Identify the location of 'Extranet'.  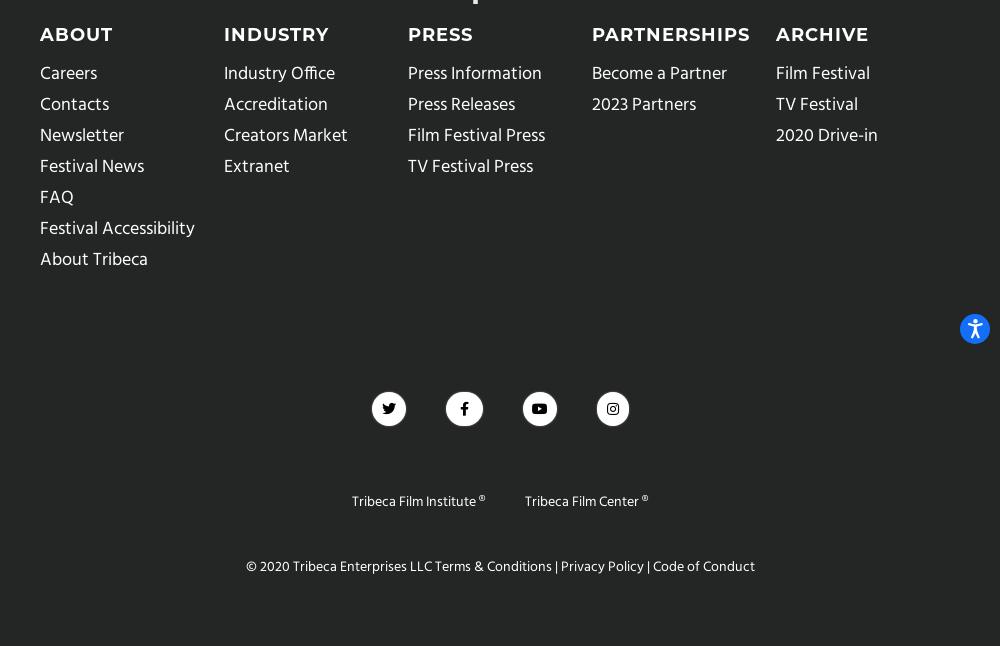
(257, 165).